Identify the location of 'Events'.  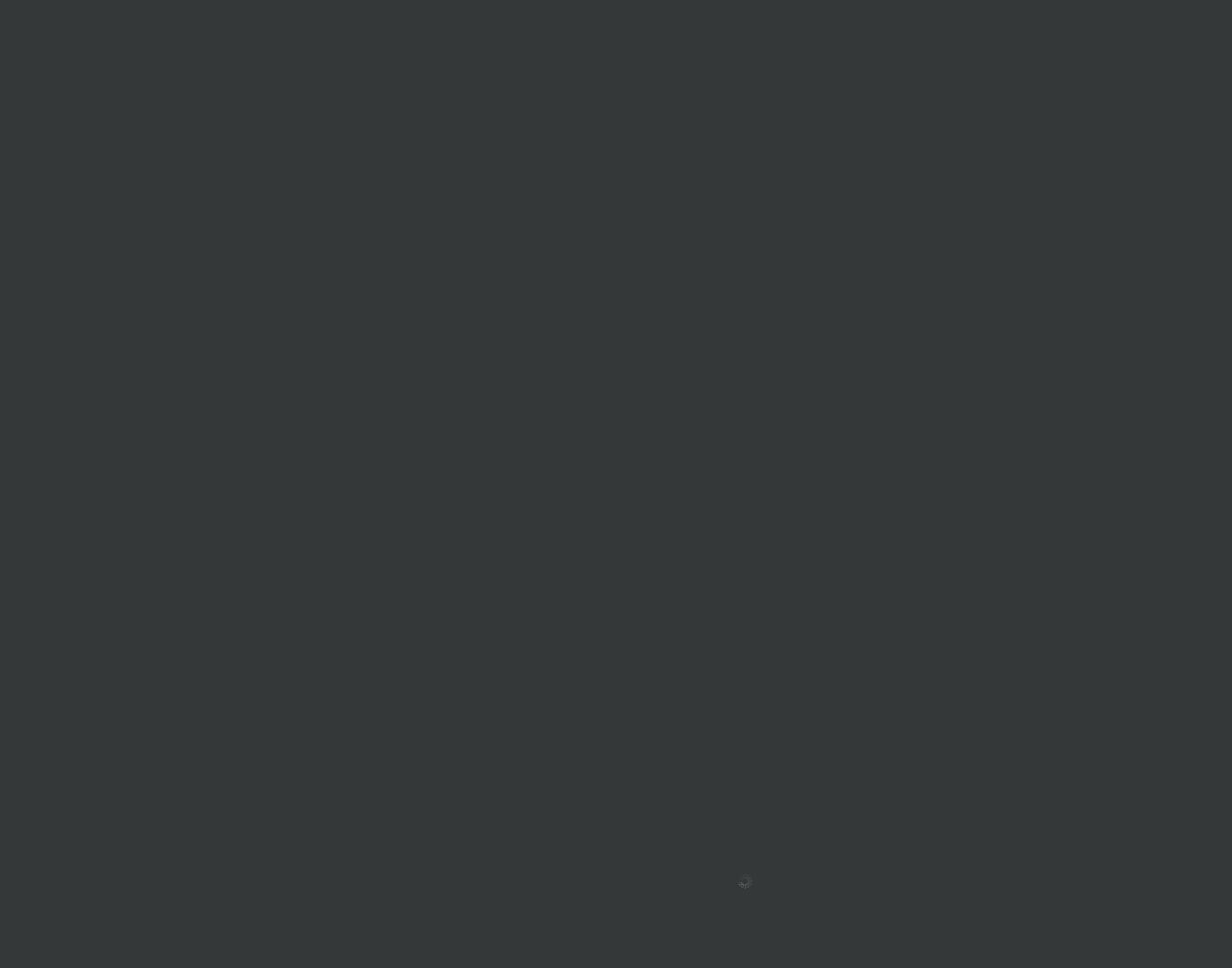
(641, 742).